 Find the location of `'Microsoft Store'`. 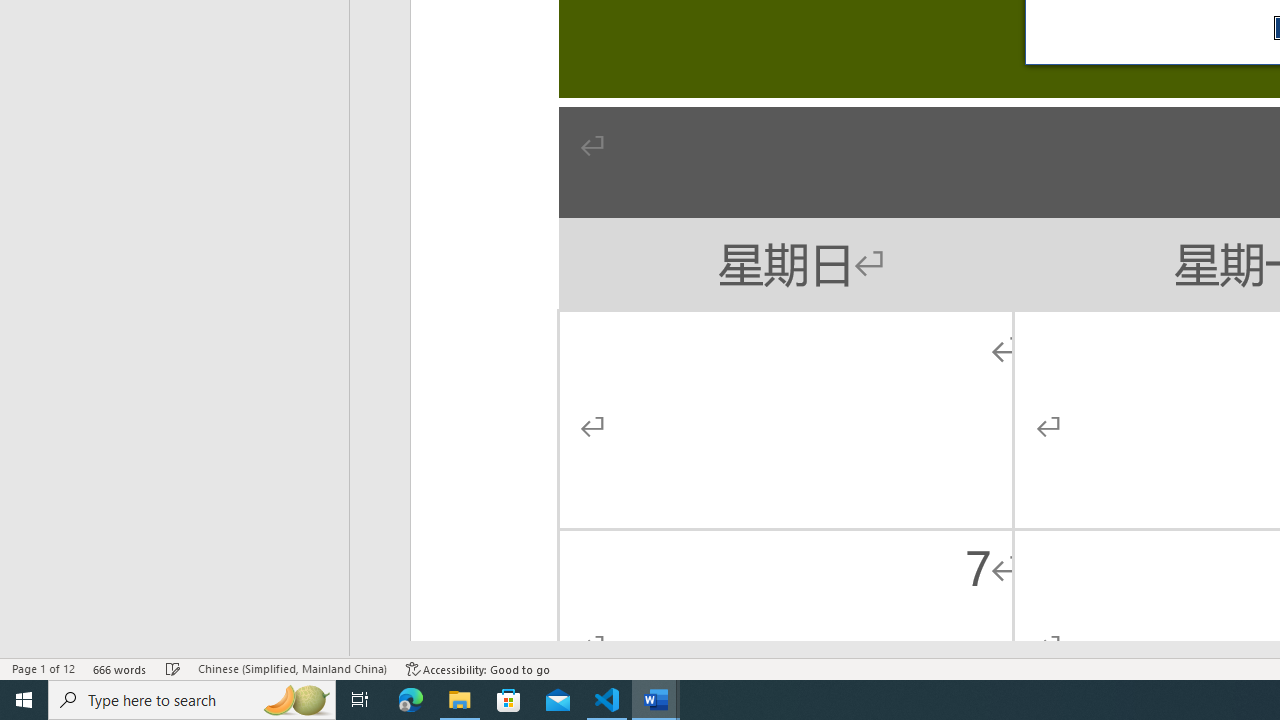

'Microsoft Store' is located at coordinates (509, 698).